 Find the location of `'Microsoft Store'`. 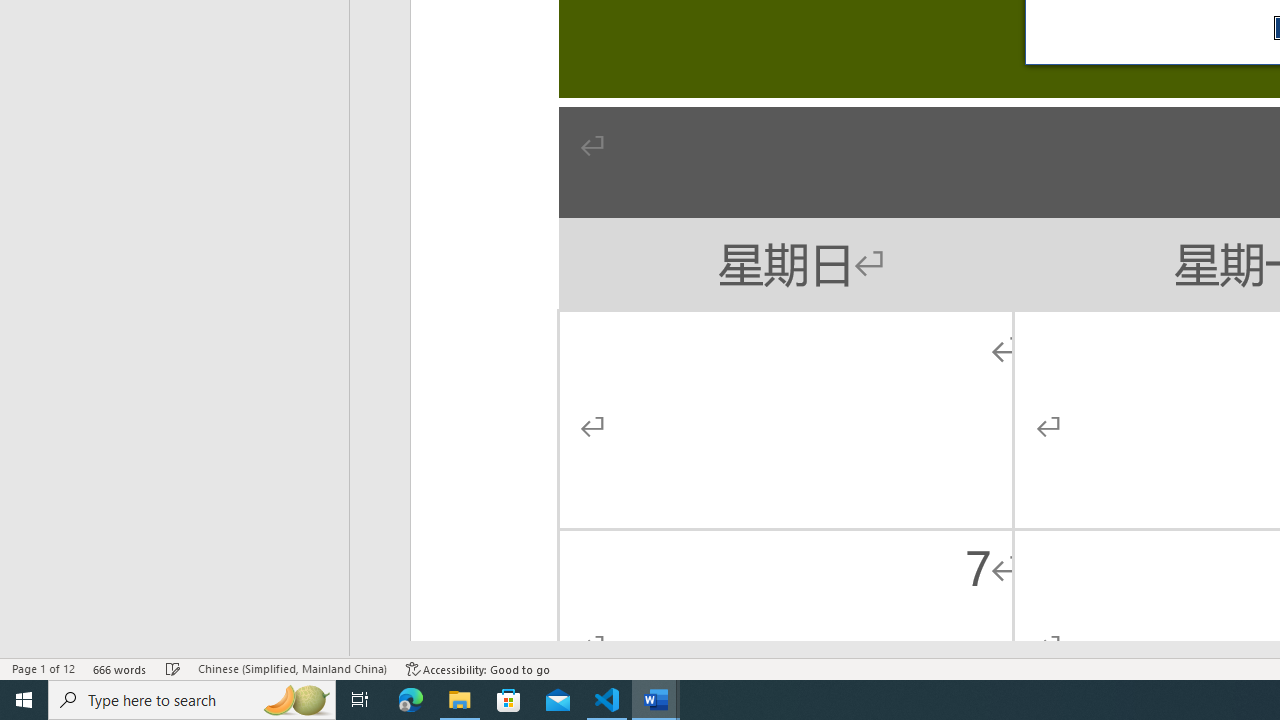

'Microsoft Store' is located at coordinates (509, 698).